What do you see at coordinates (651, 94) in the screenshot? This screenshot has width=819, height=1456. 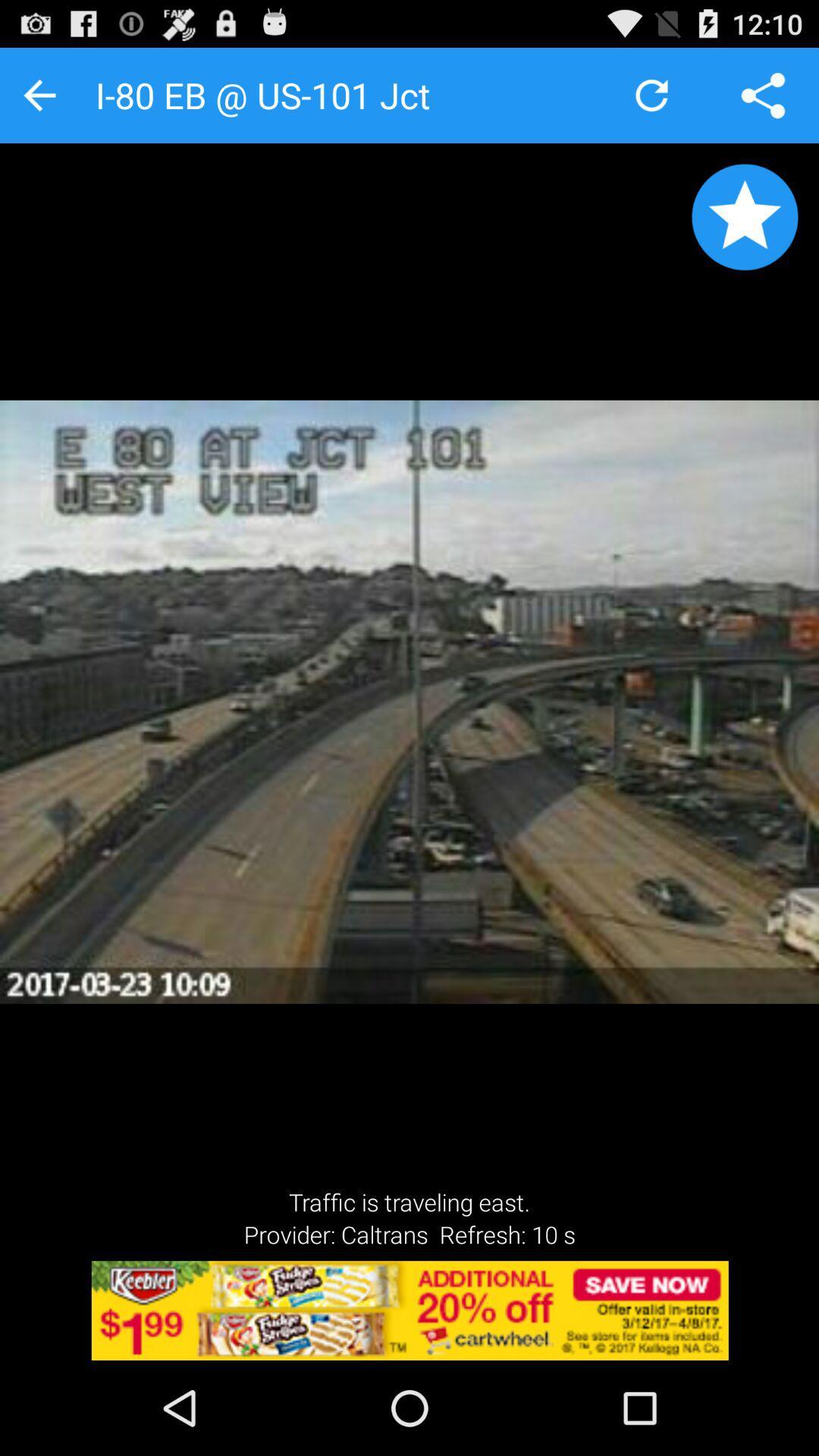 I see `refresh` at bounding box center [651, 94].